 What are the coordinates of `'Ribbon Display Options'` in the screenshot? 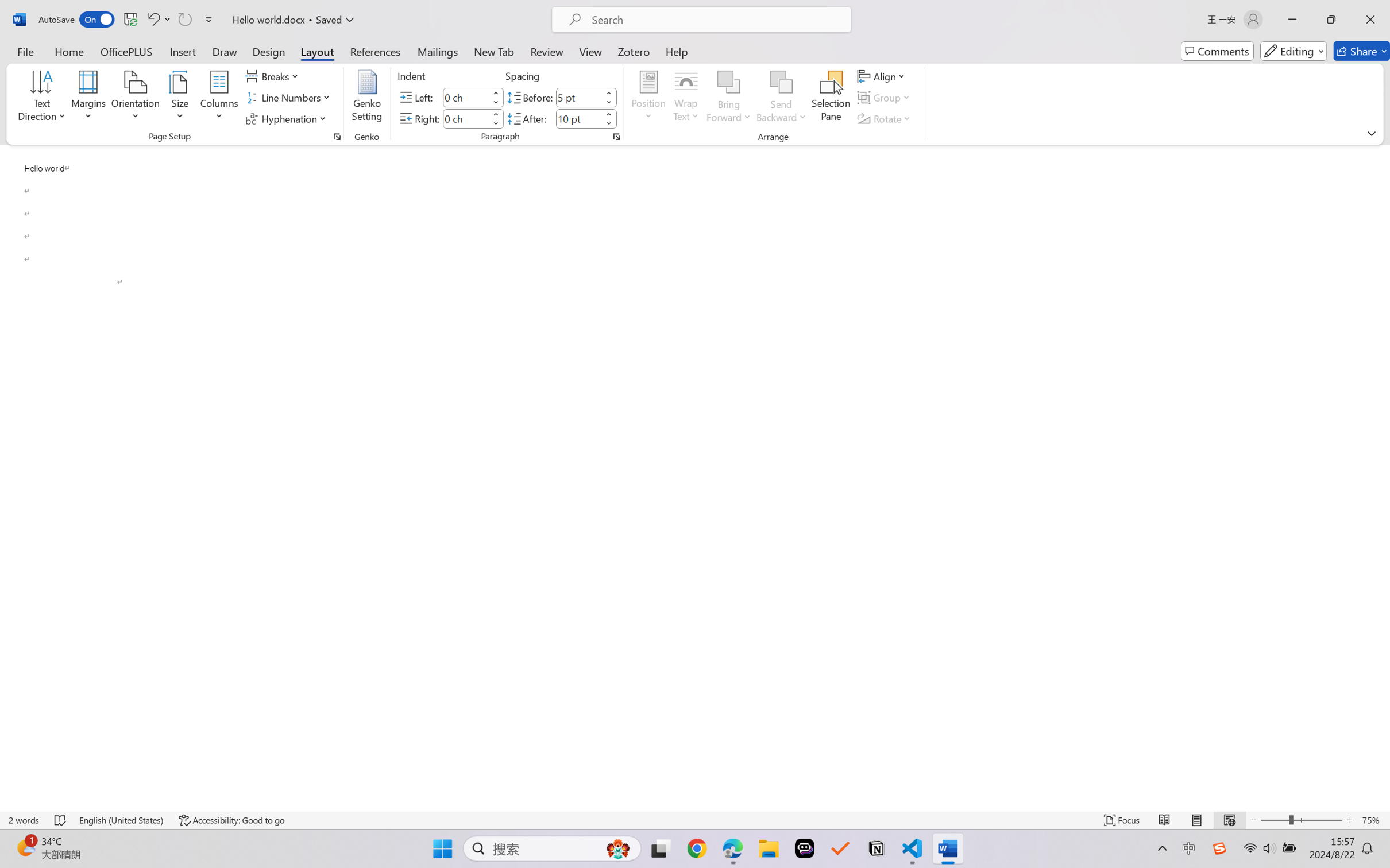 It's located at (1371, 133).